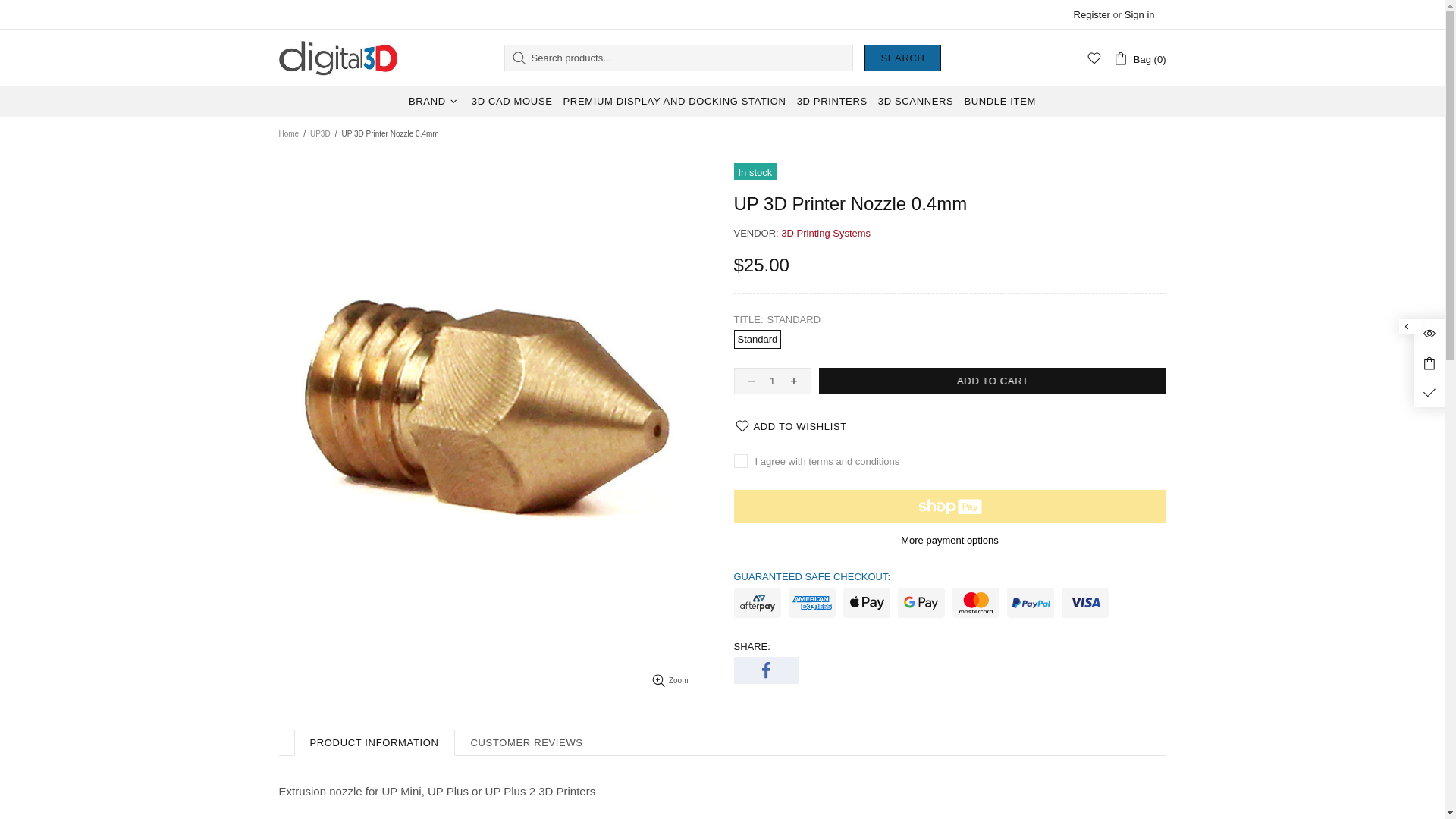 Image resolution: width=1456 pixels, height=819 pixels. Describe the element at coordinates (1125, 14) in the screenshot. I see `'Sign in'` at that location.